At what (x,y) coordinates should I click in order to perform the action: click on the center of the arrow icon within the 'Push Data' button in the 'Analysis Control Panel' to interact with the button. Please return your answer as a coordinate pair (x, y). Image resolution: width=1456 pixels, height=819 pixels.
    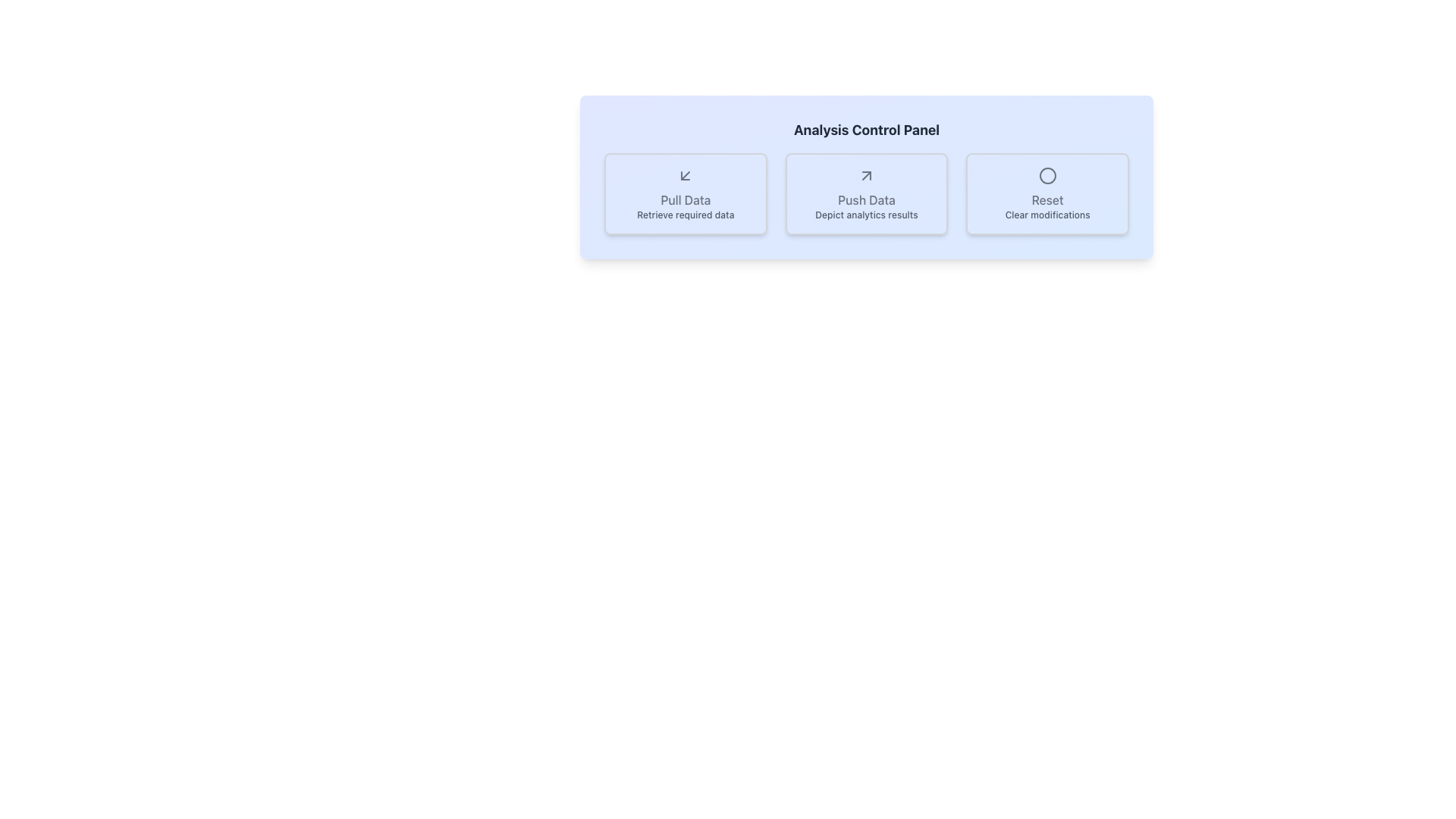
    Looking at the image, I should click on (866, 174).